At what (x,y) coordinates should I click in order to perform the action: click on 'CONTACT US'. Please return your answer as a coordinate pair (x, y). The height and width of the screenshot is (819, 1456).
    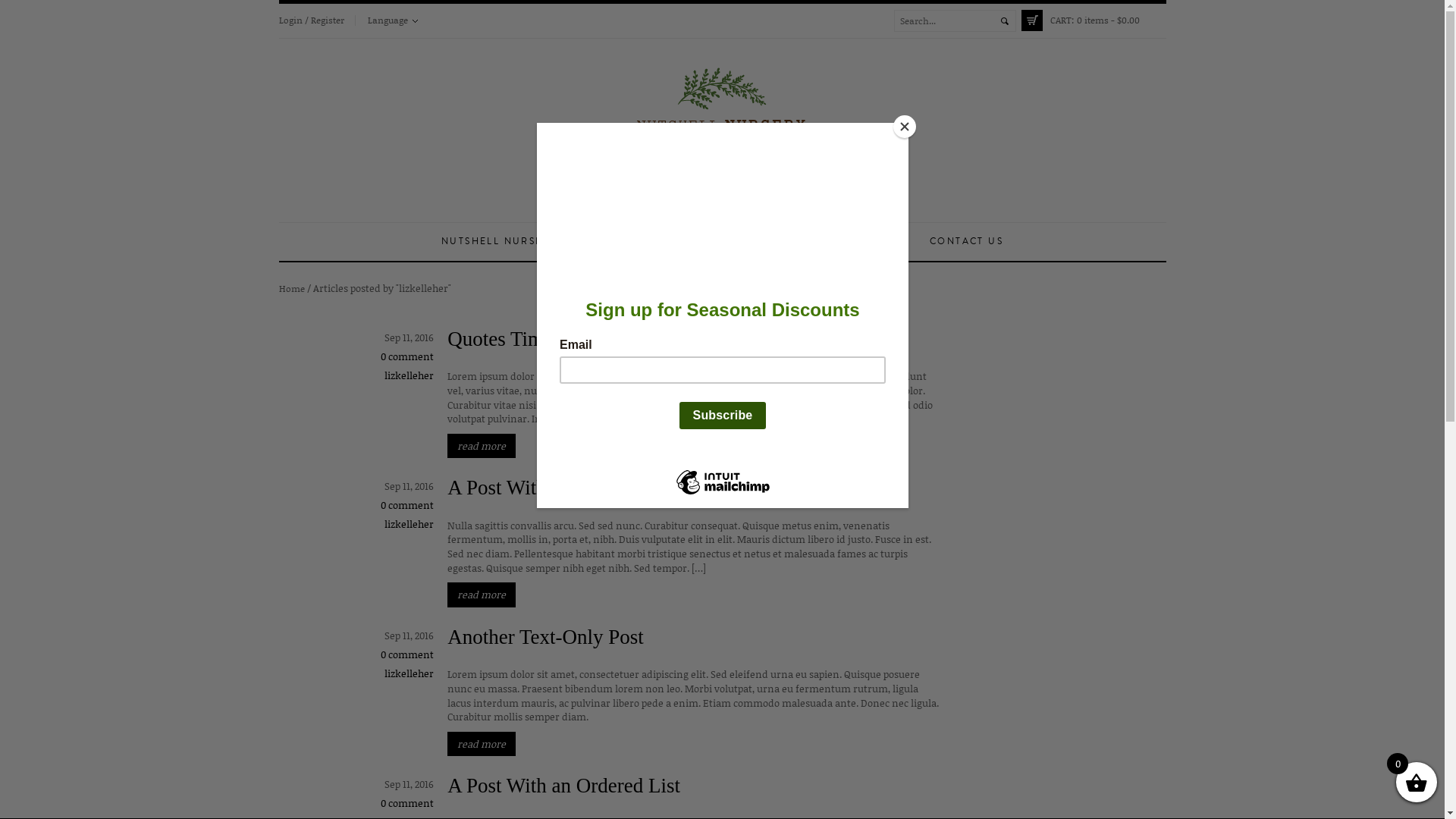
    Looking at the image, I should click on (965, 241).